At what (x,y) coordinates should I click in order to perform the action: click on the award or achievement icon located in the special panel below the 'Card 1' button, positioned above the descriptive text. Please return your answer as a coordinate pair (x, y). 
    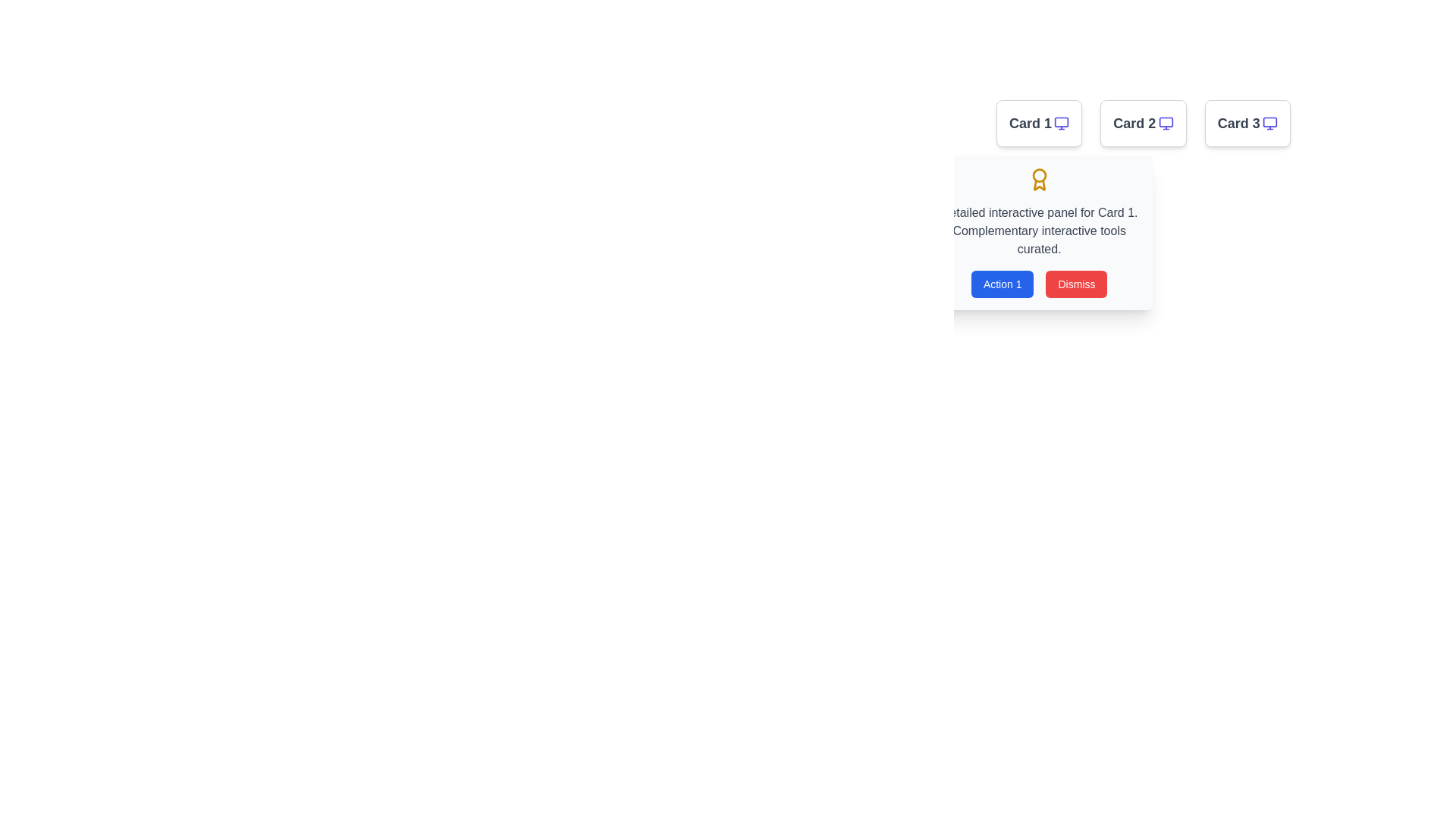
    Looking at the image, I should click on (1038, 178).